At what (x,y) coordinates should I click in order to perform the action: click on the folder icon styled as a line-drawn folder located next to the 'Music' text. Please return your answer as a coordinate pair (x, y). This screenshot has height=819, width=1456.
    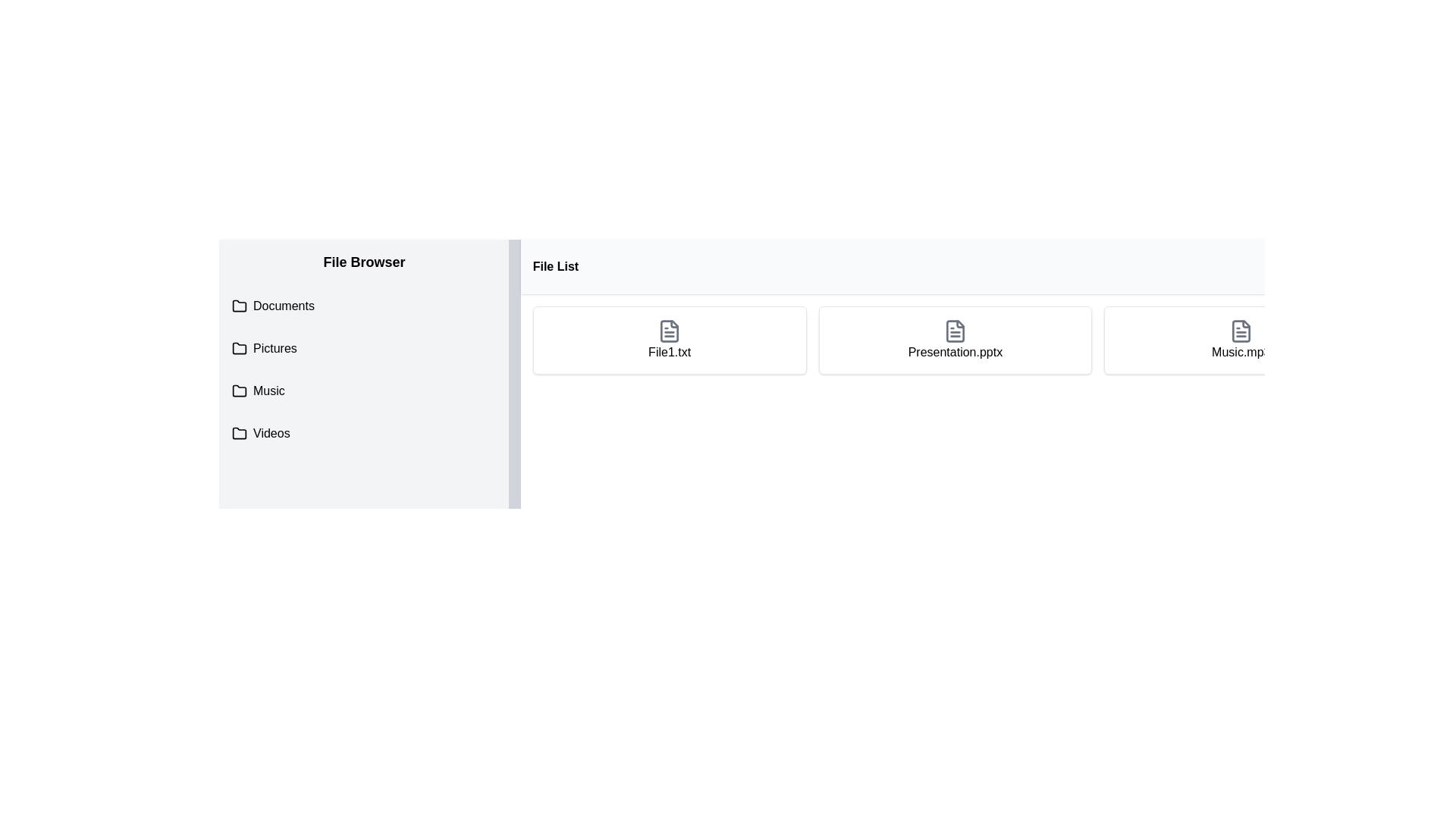
    Looking at the image, I should click on (239, 391).